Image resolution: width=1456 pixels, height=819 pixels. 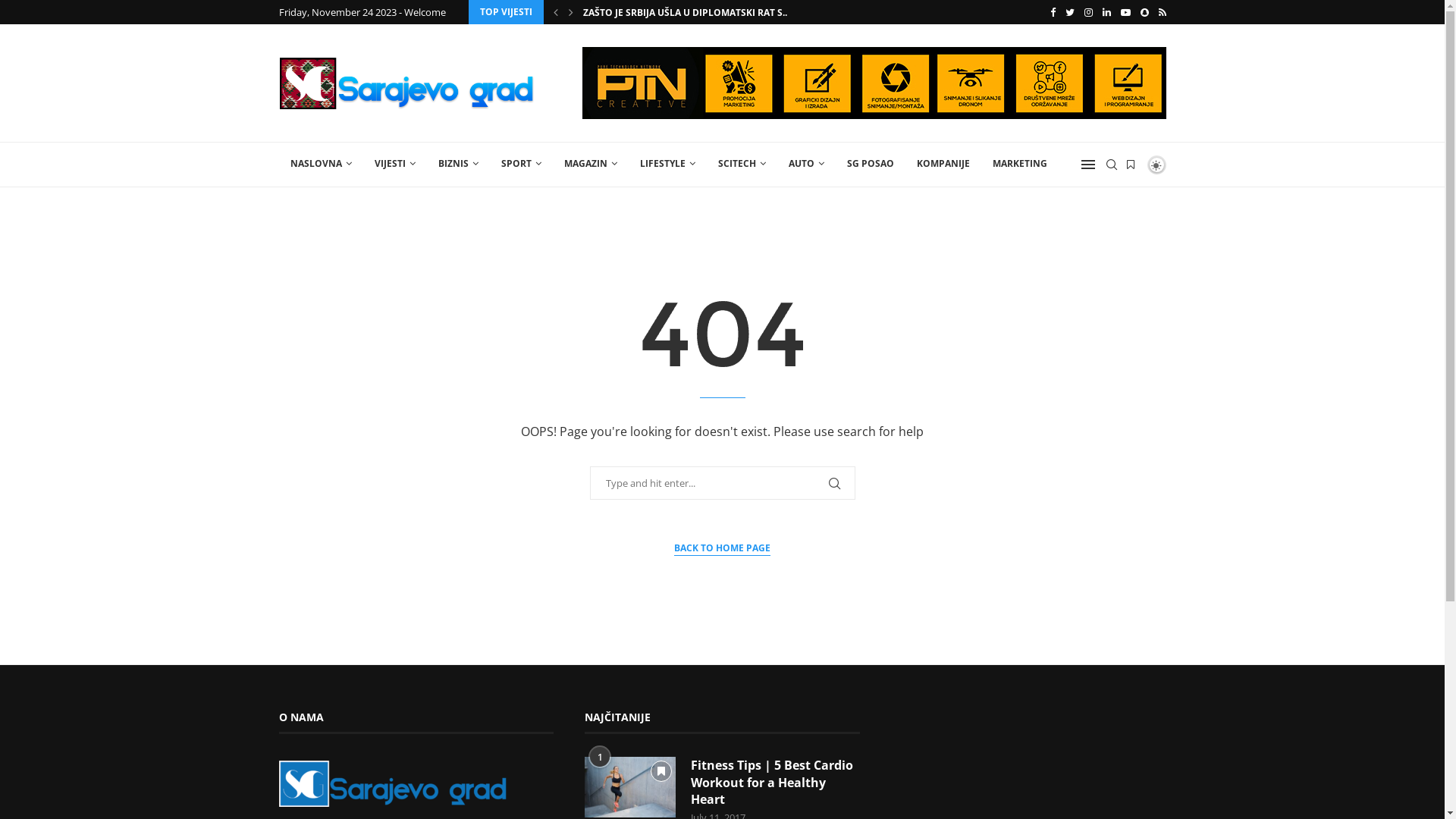 I want to click on 'MARKETING', so click(x=1019, y=164).